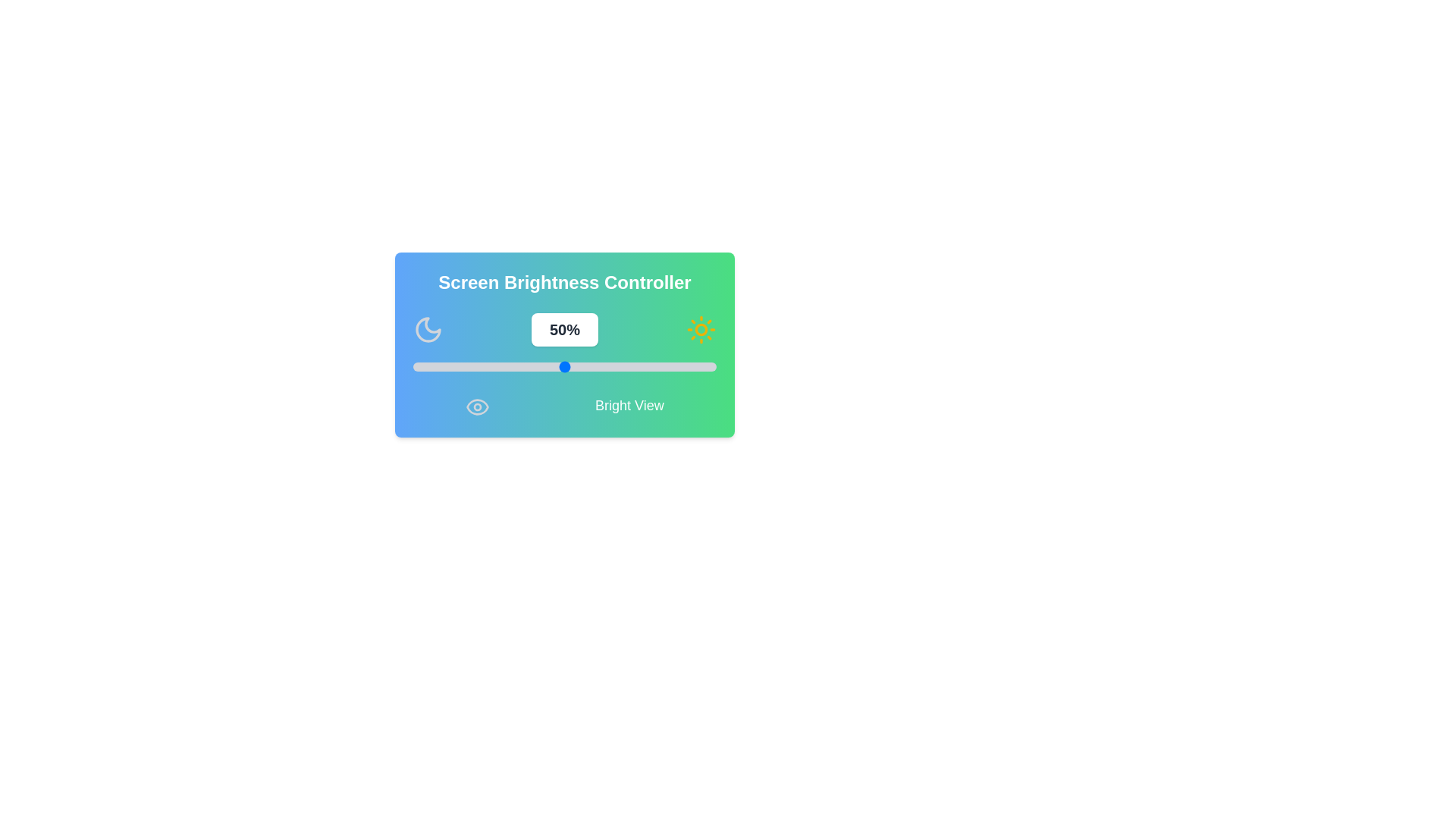 This screenshot has height=819, width=1456. I want to click on the brightness level to 68% using the slider, so click(619, 366).